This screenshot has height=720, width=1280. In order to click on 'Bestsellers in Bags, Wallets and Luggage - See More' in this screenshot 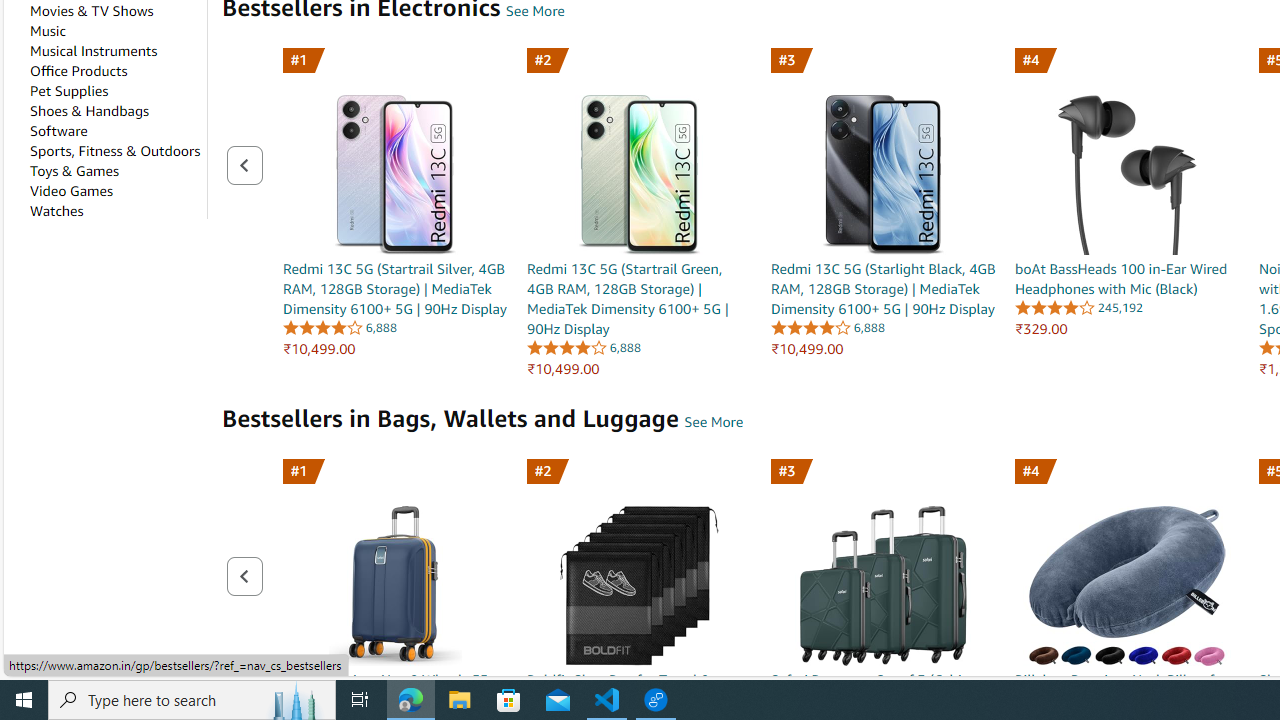, I will do `click(713, 421)`.